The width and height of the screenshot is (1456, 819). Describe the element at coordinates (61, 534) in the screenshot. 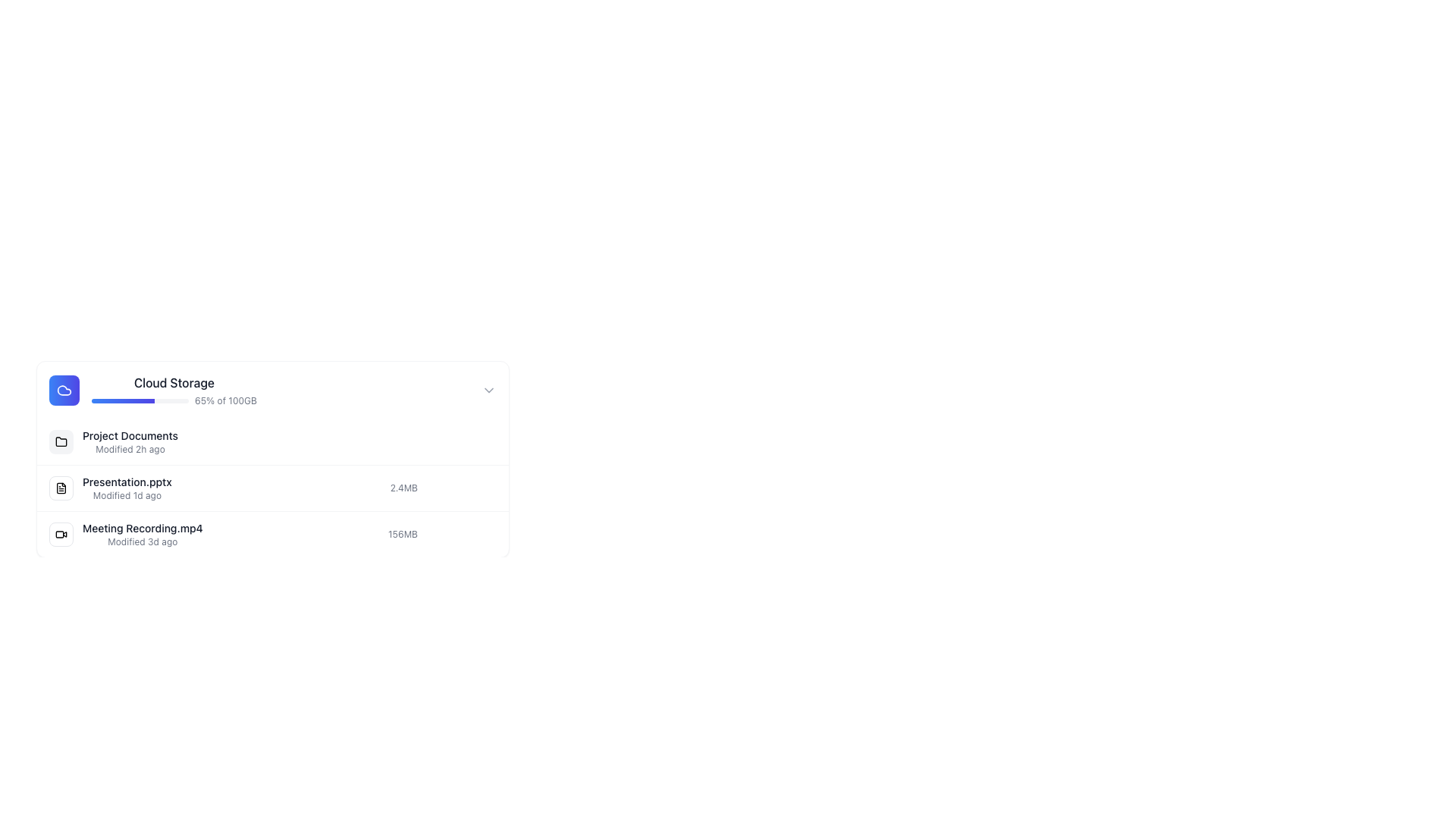

I see `the video camera icon in the rightmost cell of the file list row labeled 'Meeting Recording.mp4' to play or interact with the video file` at that location.